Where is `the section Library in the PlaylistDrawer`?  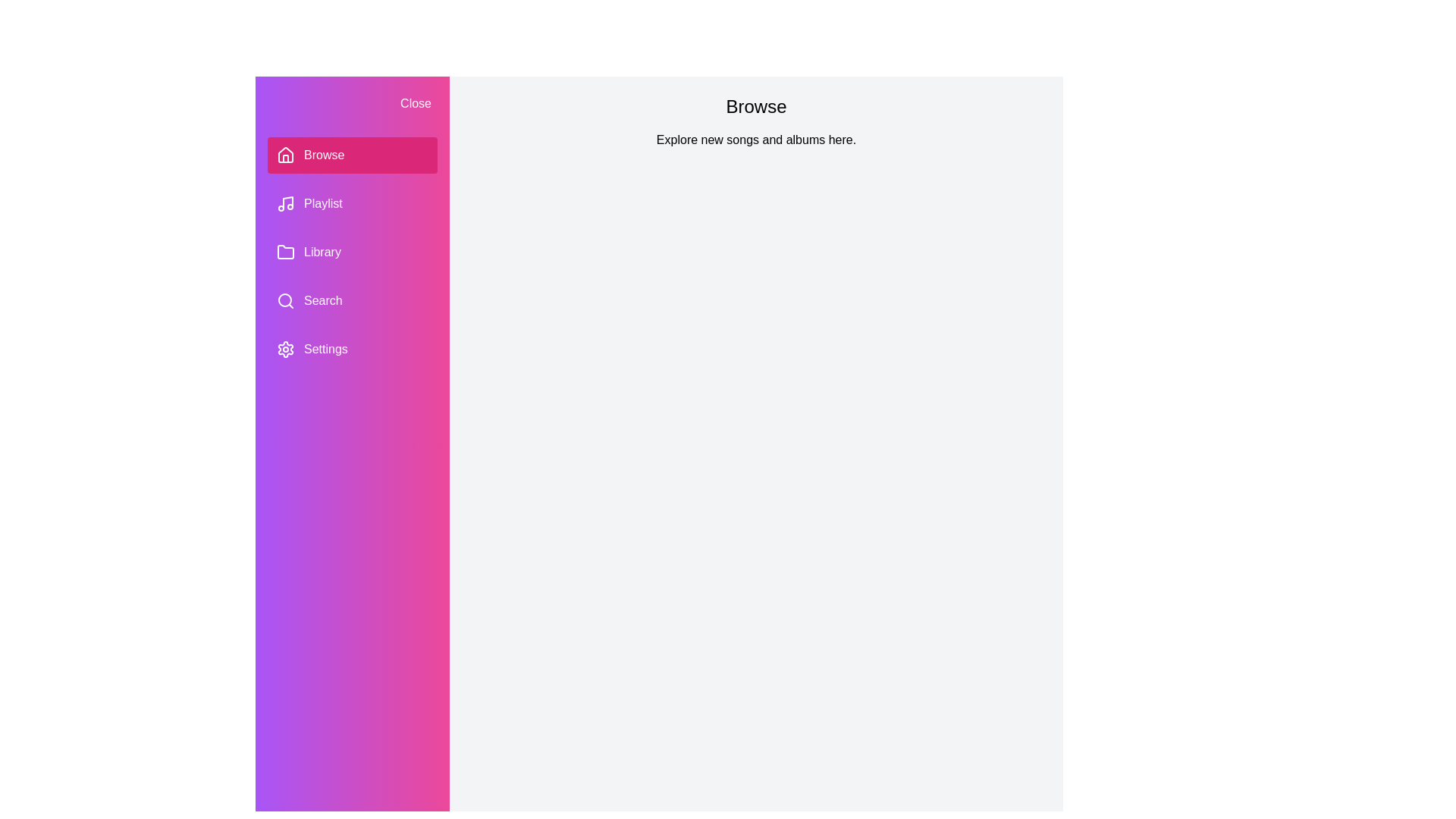
the section Library in the PlaylistDrawer is located at coordinates (352, 251).